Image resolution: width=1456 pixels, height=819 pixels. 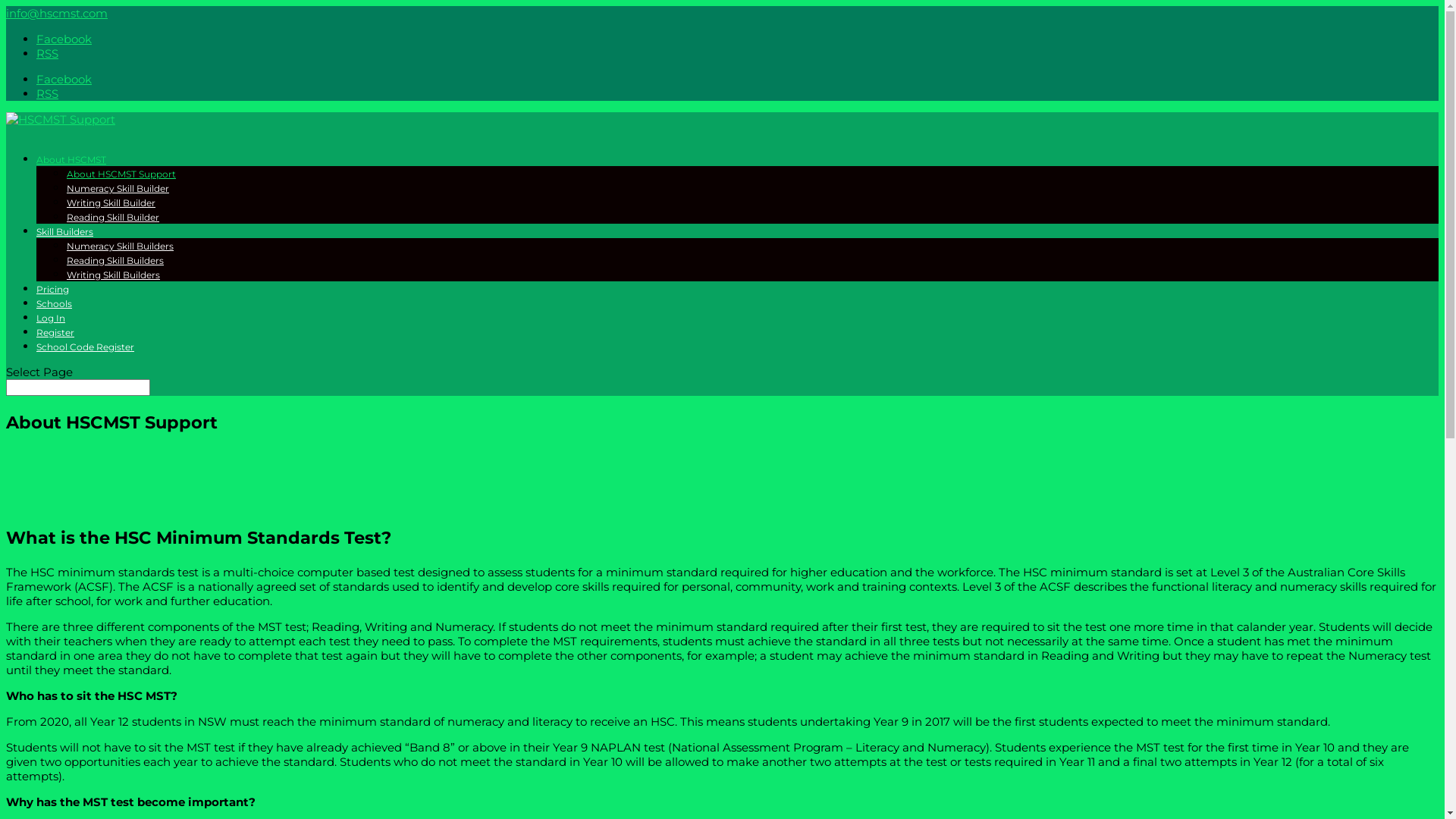 I want to click on 'Numeracy Skill Builders', so click(x=65, y=245).